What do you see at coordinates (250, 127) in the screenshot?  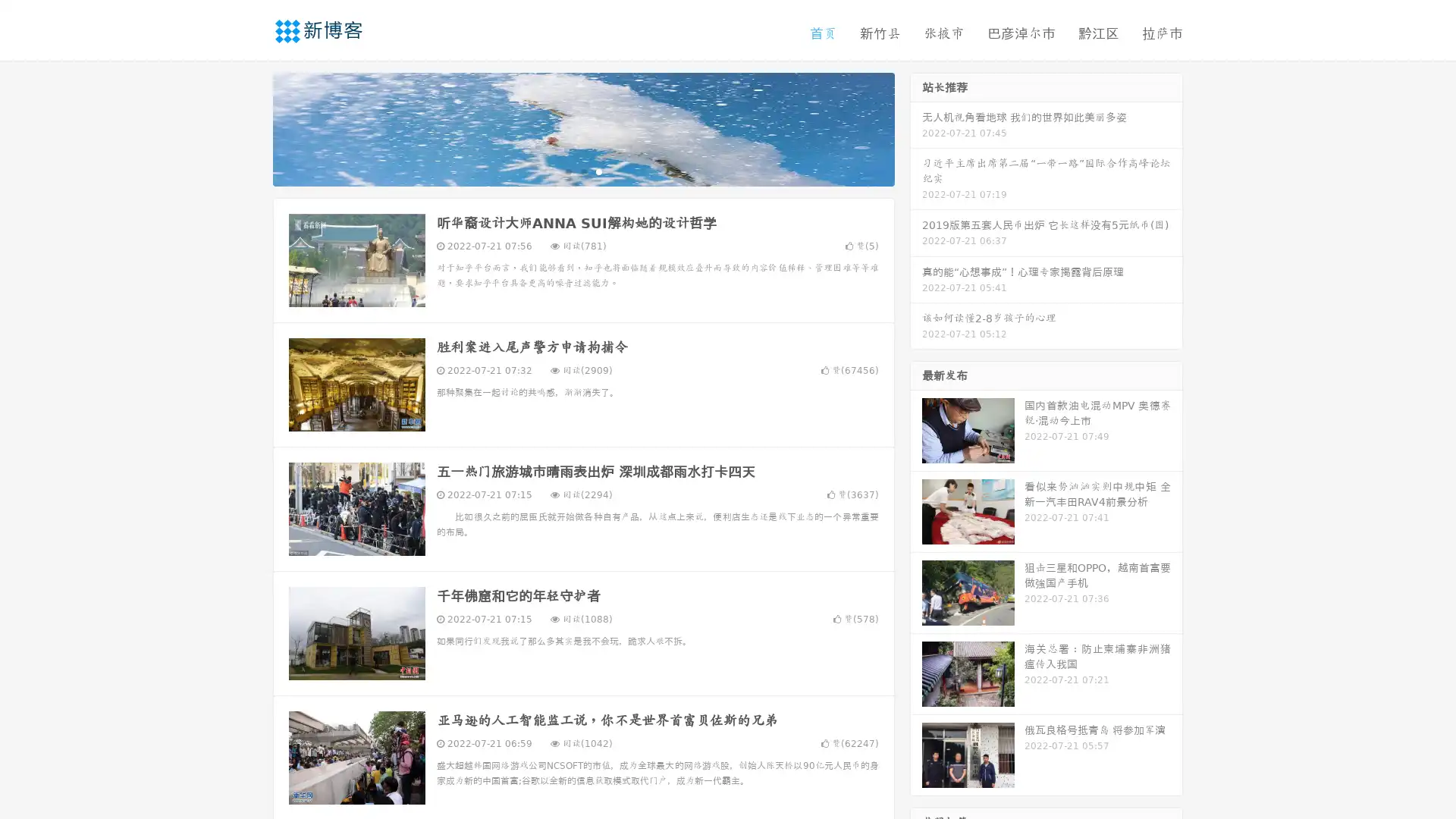 I see `Previous slide` at bounding box center [250, 127].